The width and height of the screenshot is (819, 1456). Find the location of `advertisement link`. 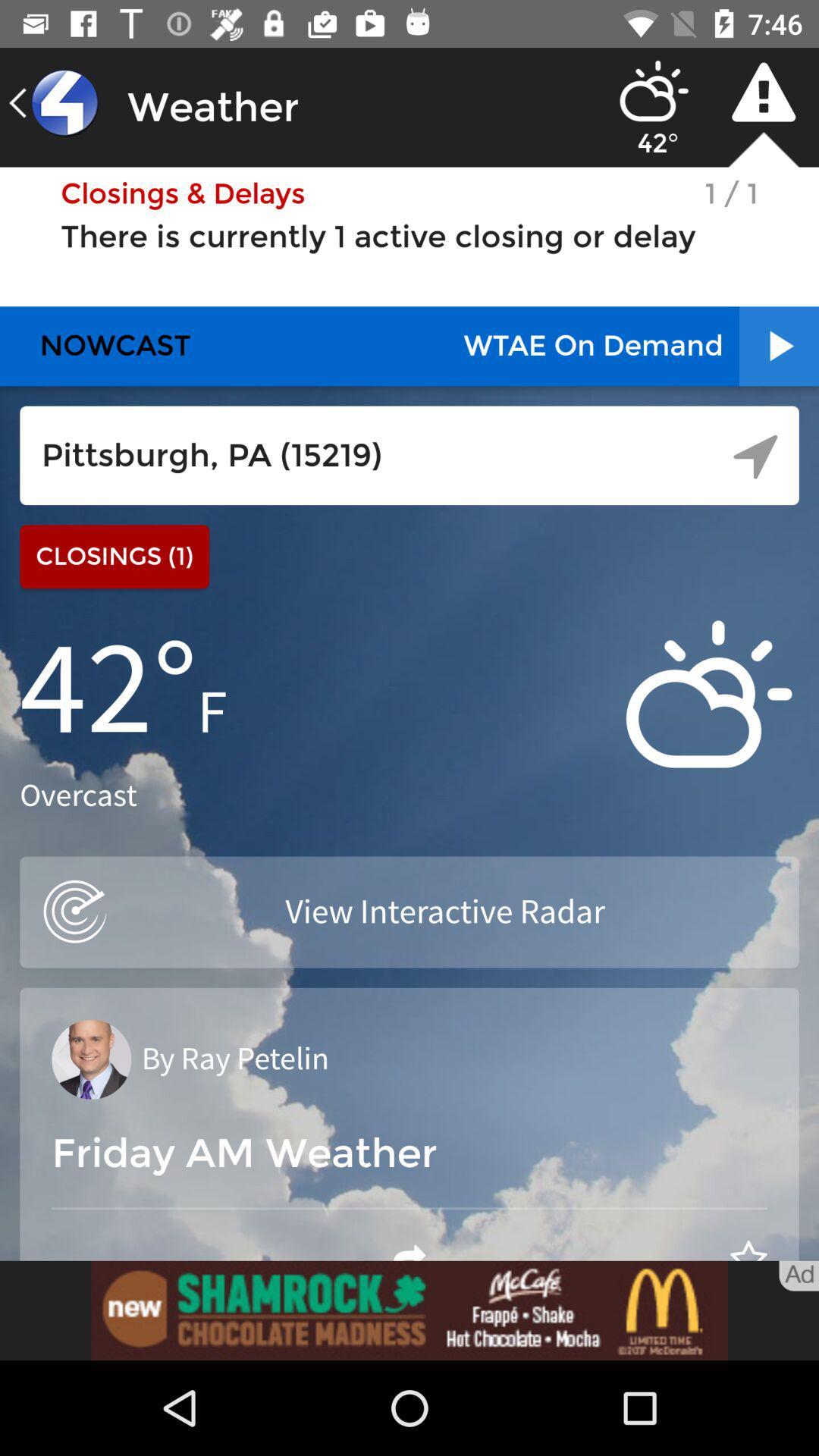

advertisement link is located at coordinates (409, 1310).